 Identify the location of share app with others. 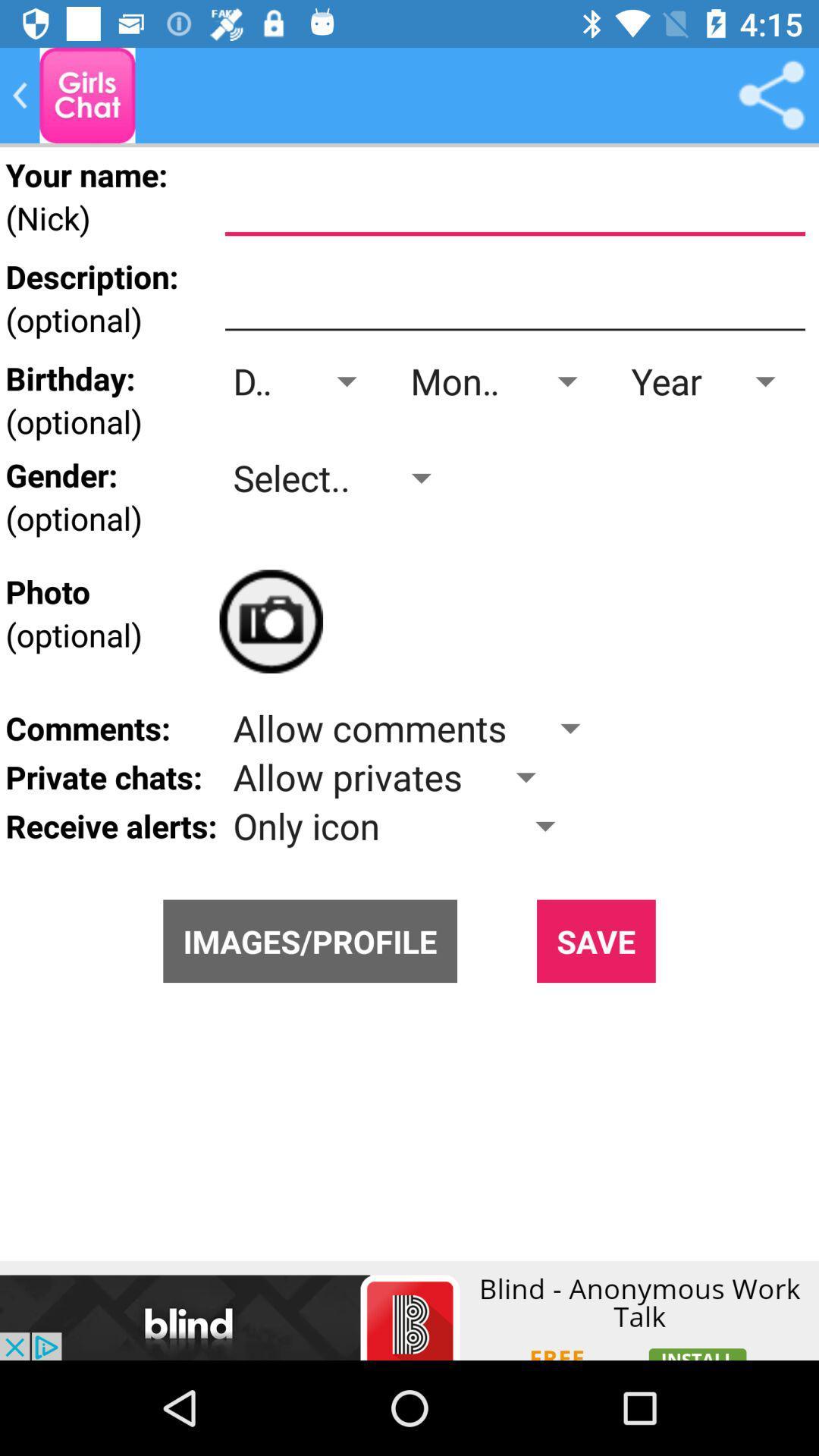
(771, 94).